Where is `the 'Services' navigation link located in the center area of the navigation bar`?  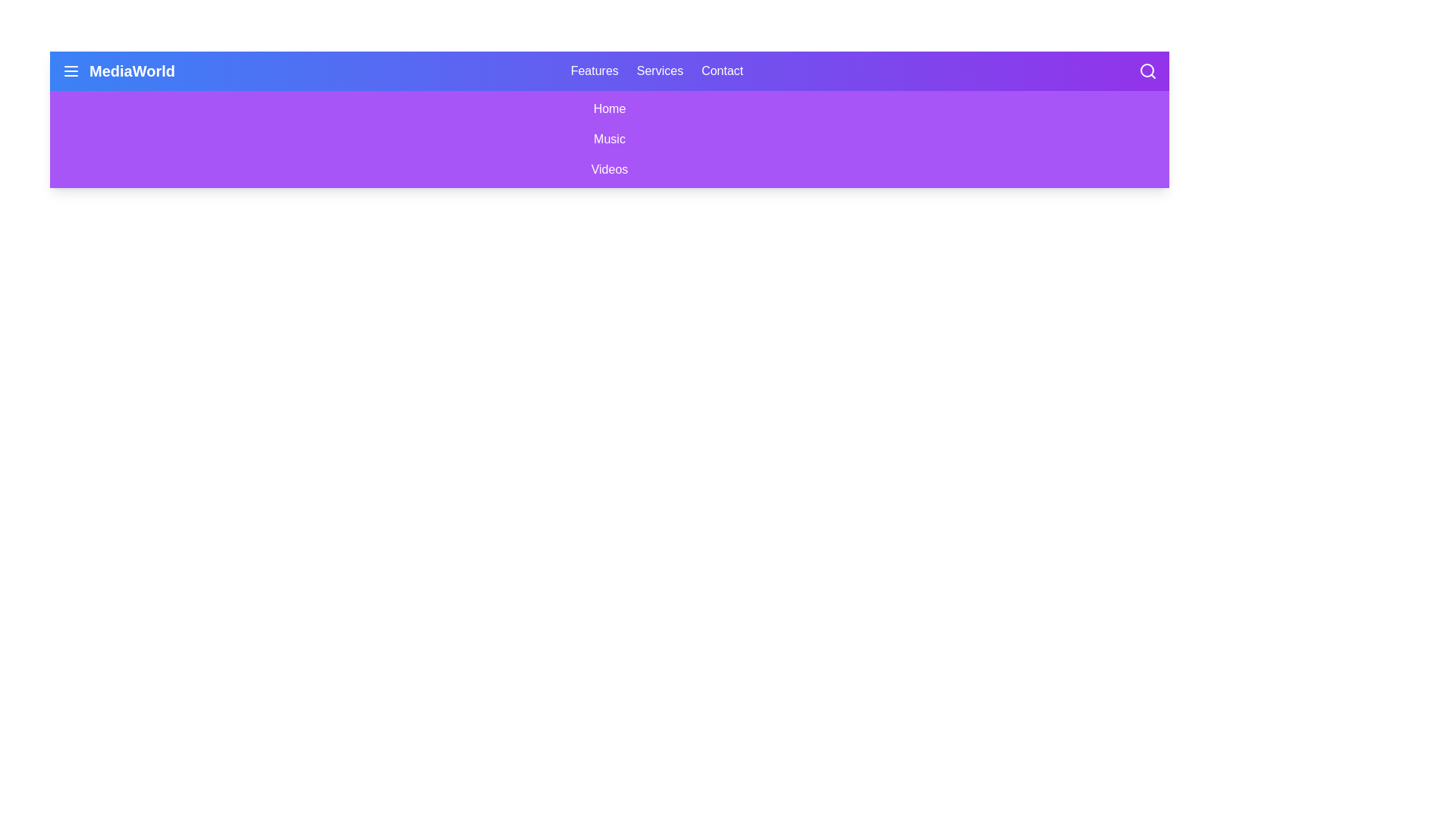 the 'Services' navigation link located in the center area of the navigation bar is located at coordinates (660, 71).